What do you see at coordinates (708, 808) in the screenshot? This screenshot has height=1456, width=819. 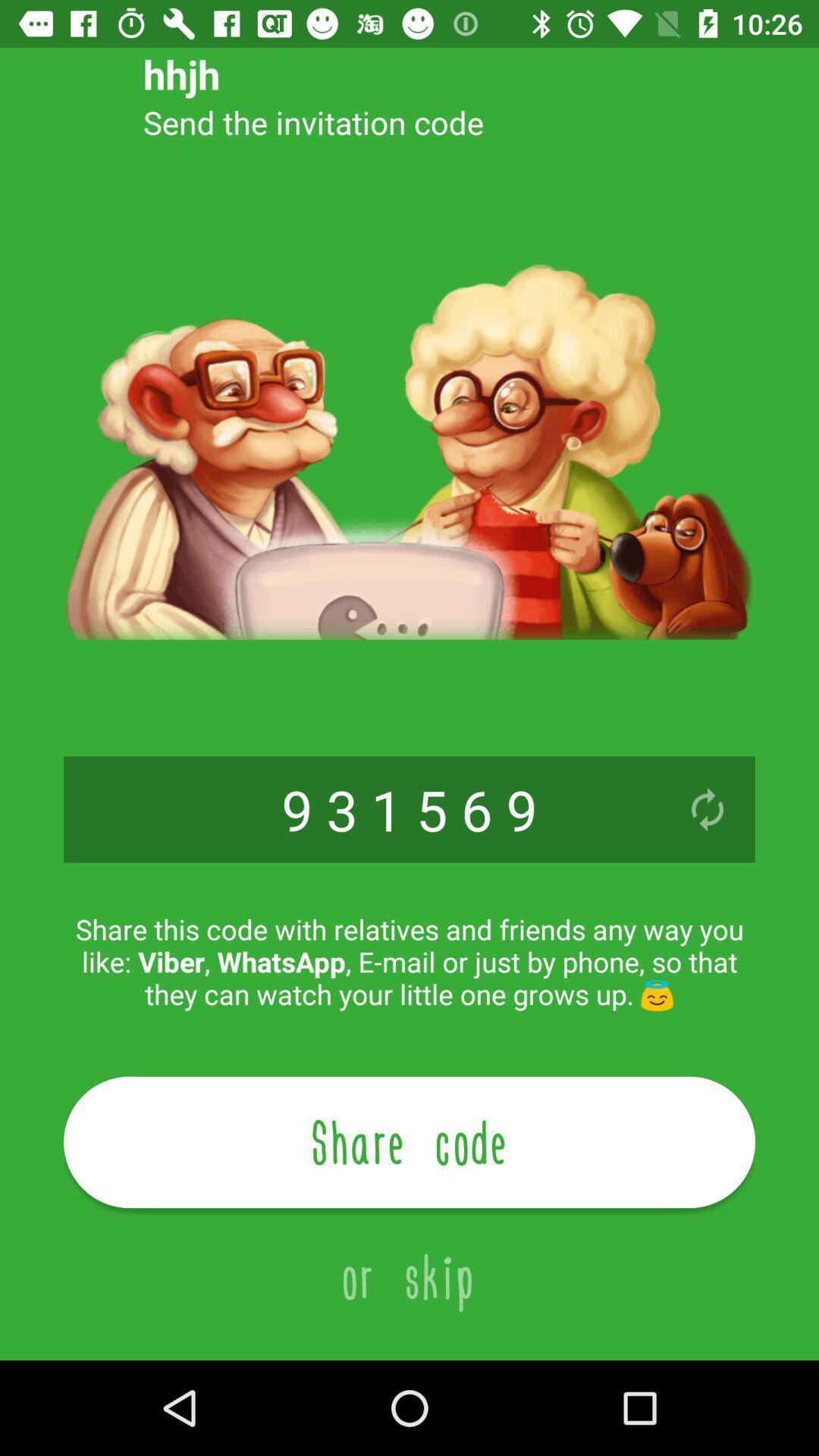 I see `the icon to the right of the 9 3 1 item` at bounding box center [708, 808].